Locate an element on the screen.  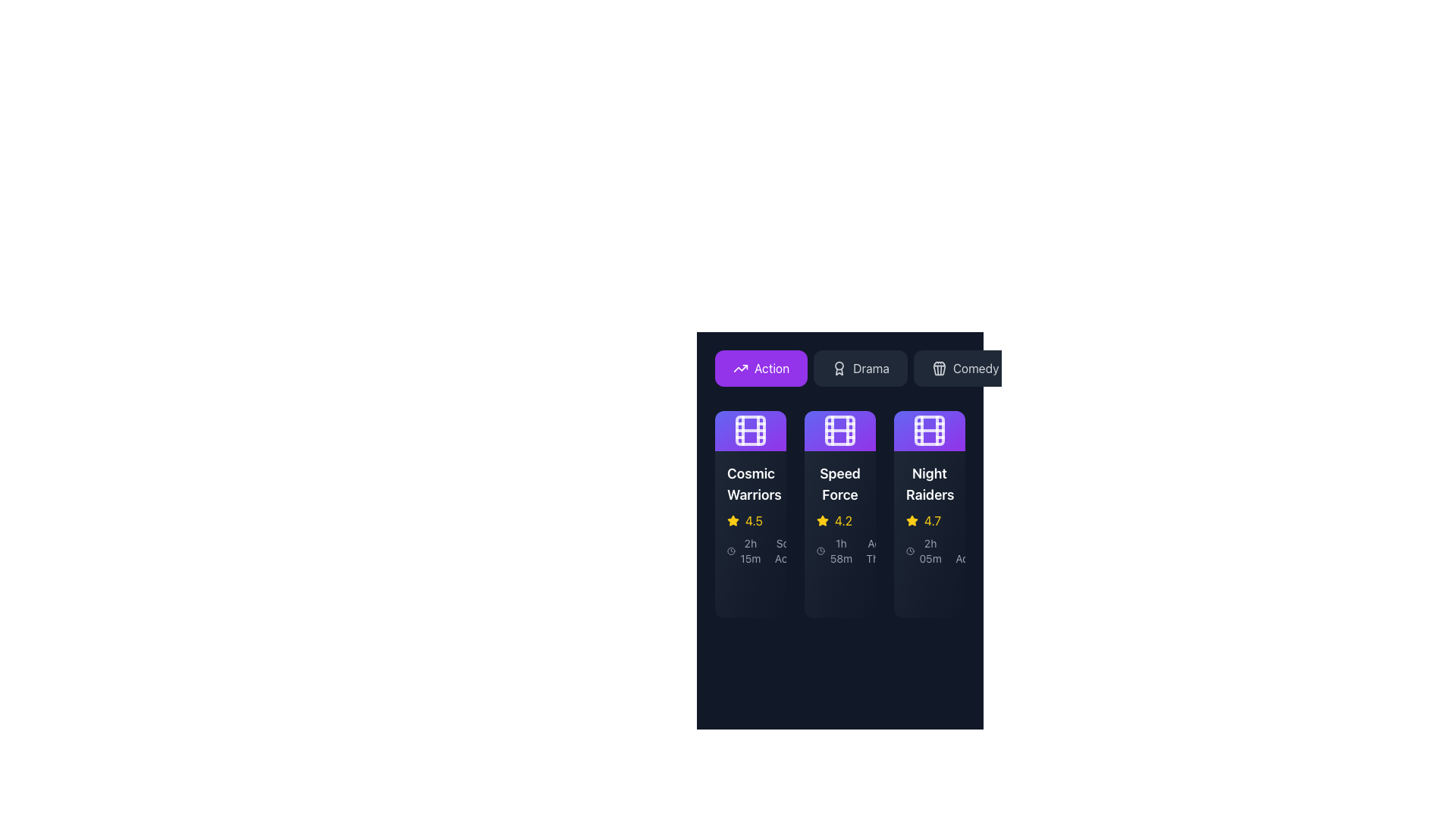
the popcorn box icon located within the 'Comedy' button in the genre selection menu is located at coordinates (938, 369).